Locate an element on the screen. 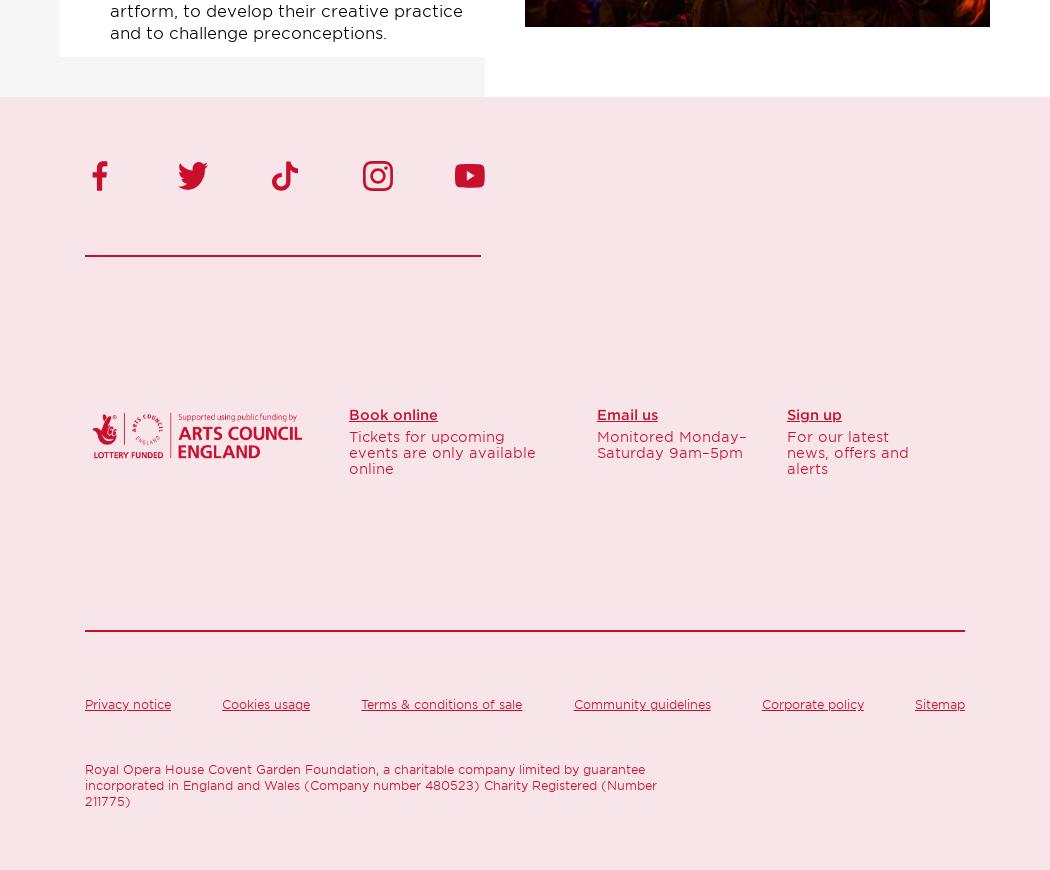 This screenshot has width=1050, height=870. 'Royal Opera House Covent Garden Foundation, a charitable company limited by guarantee incorporated in England and Wales (Company number 480523) Charity Registered (Number 211775)' is located at coordinates (369, 785).